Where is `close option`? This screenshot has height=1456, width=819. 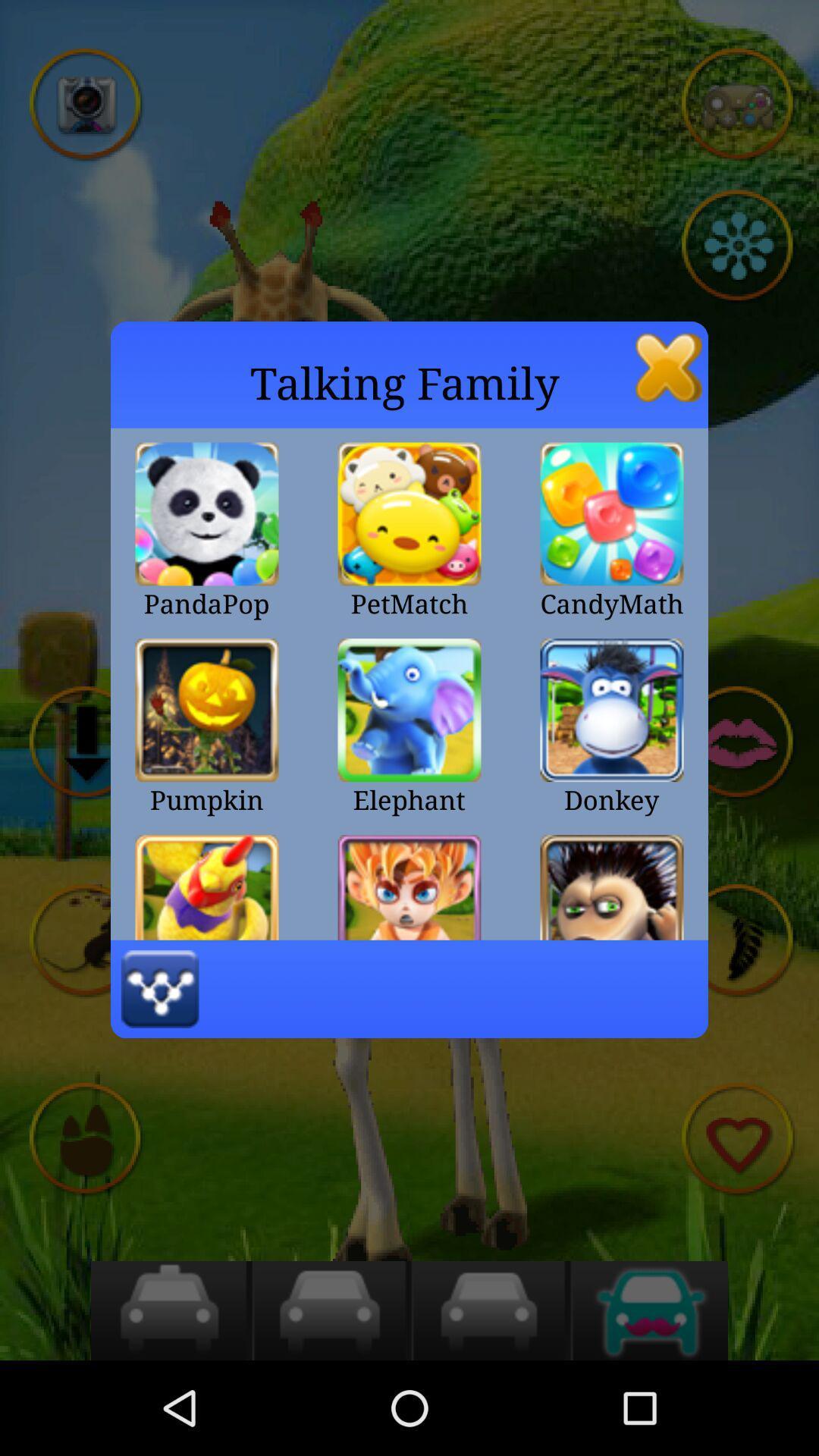 close option is located at coordinates (668, 367).